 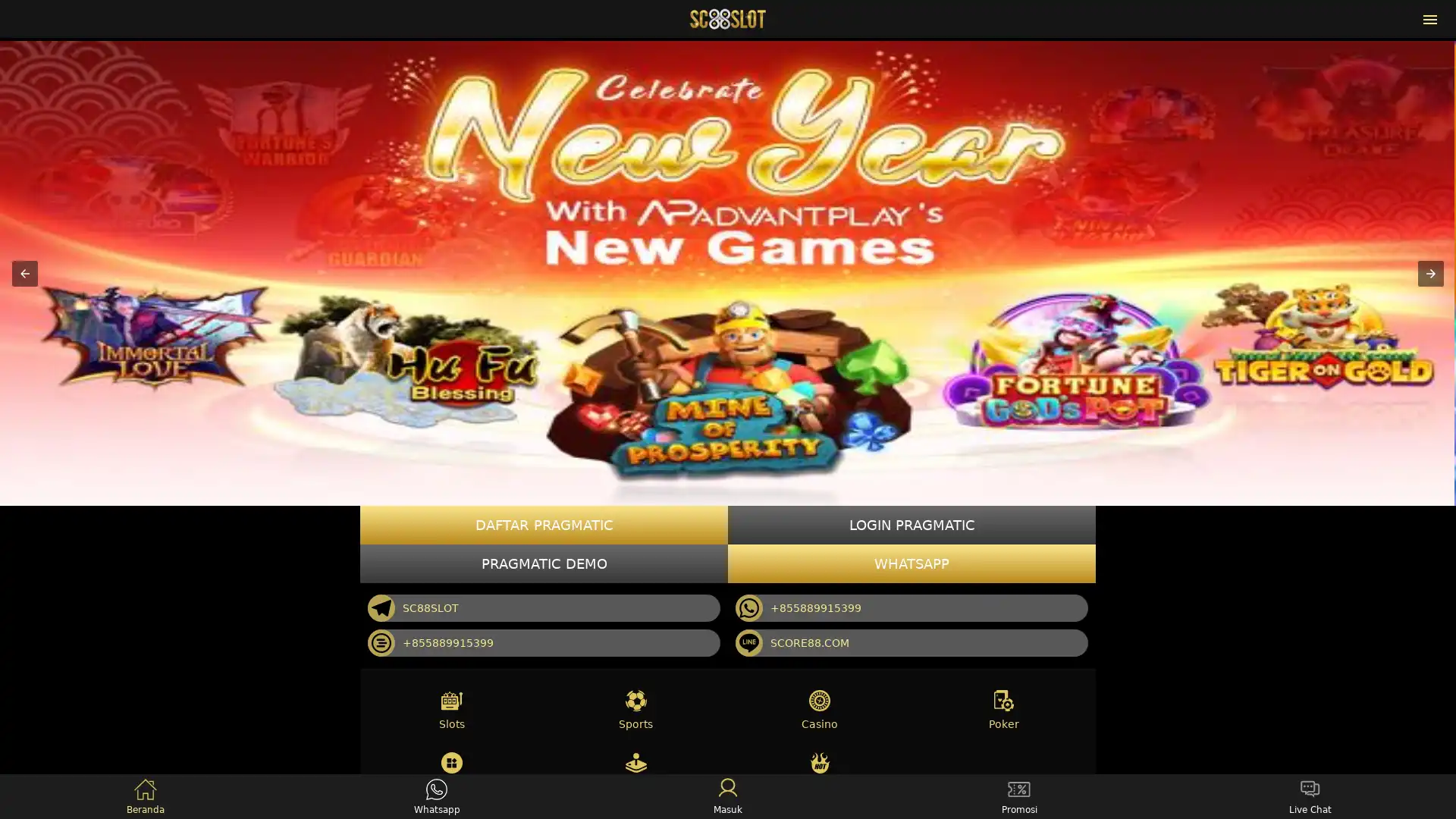 What do you see at coordinates (1429, 271) in the screenshot?
I see `Next item in carousel (1 of 3)` at bounding box center [1429, 271].